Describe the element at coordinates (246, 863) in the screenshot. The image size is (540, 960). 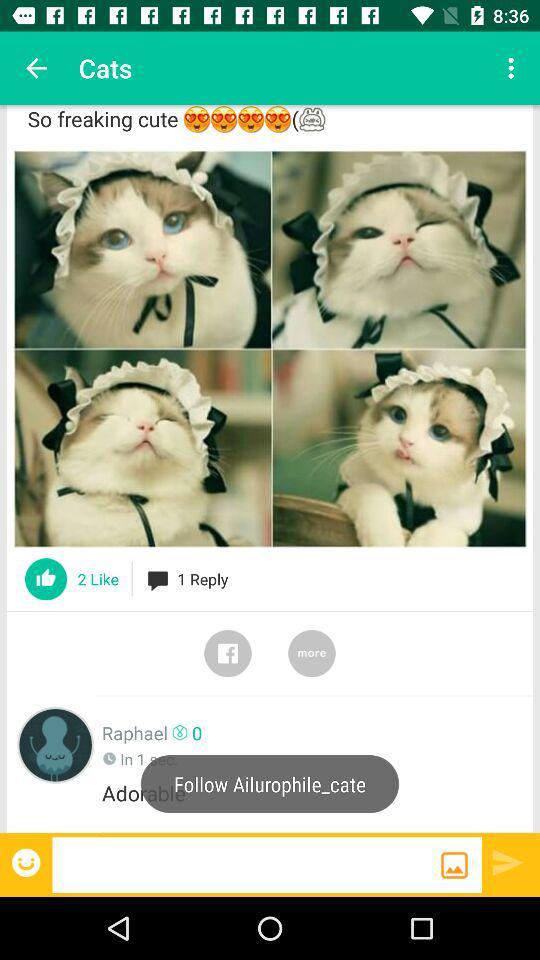
I see `comment` at that location.